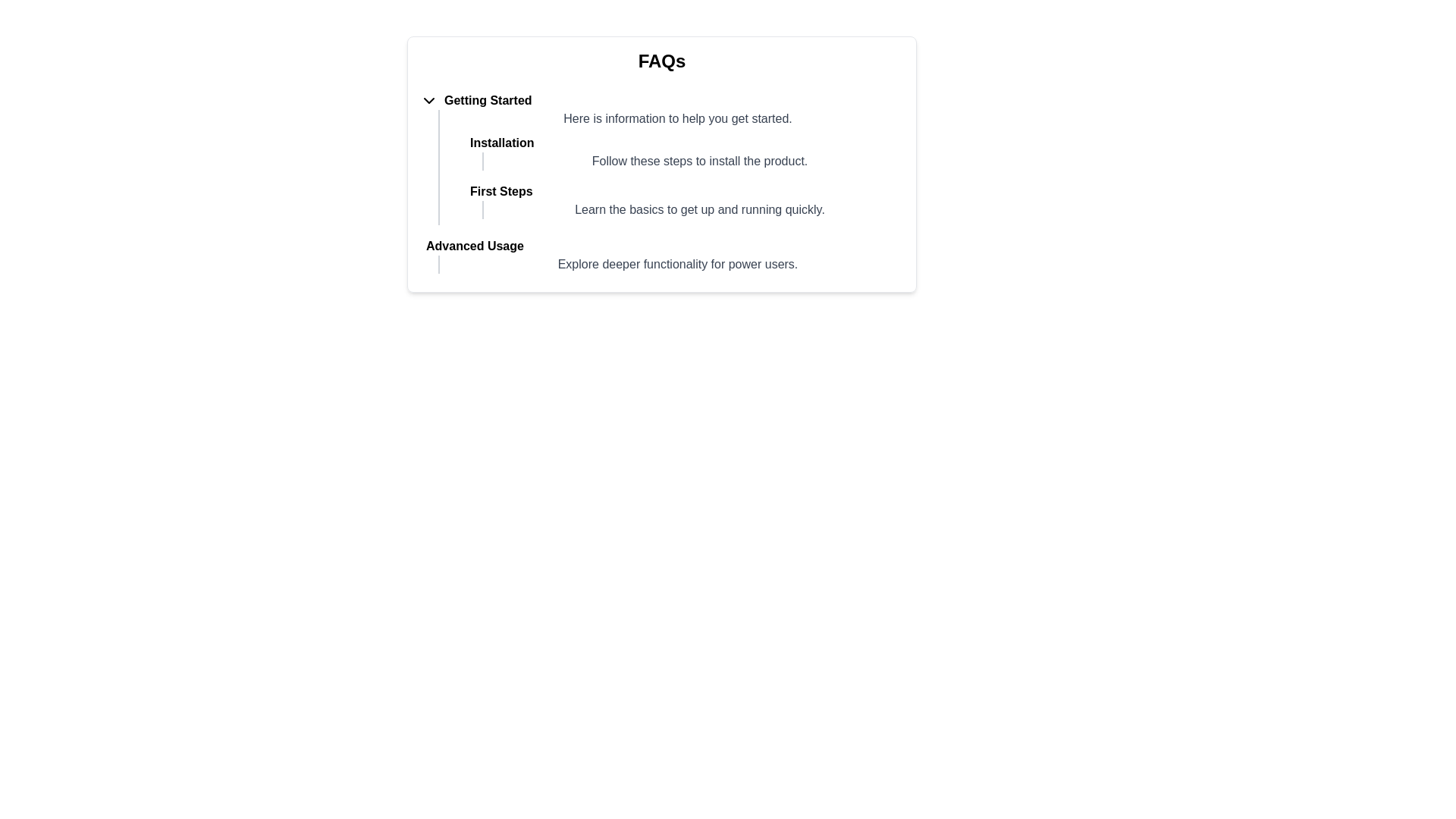 This screenshot has width=1456, height=819. I want to click on static text snippet that says 'Here is information to help you get started.', which is styled in gray and located beneath the 'Getting Started' heading, so click(676, 118).